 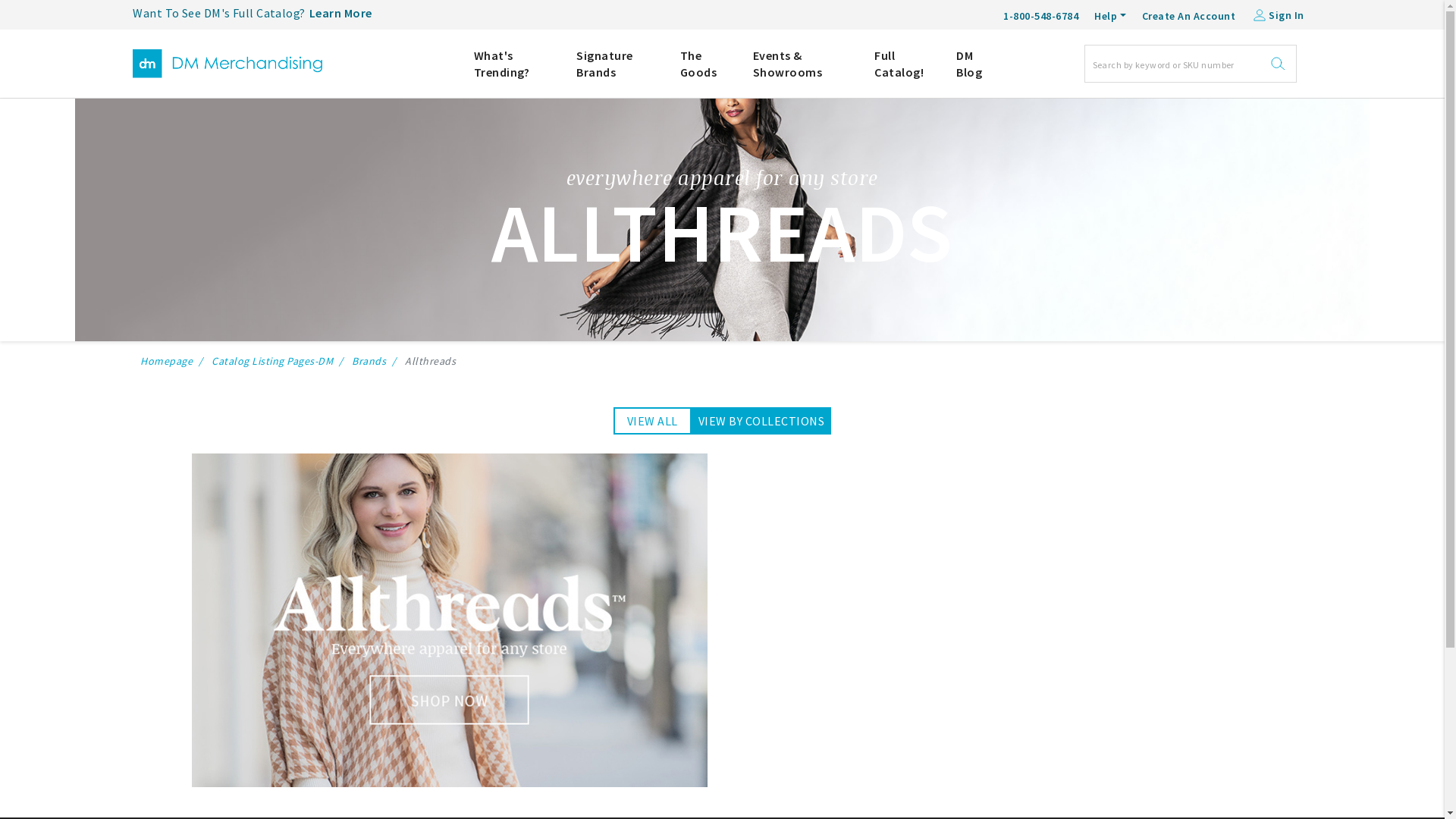 What do you see at coordinates (369, 360) in the screenshot?
I see `'Brands'` at bounding box center [369, 360].